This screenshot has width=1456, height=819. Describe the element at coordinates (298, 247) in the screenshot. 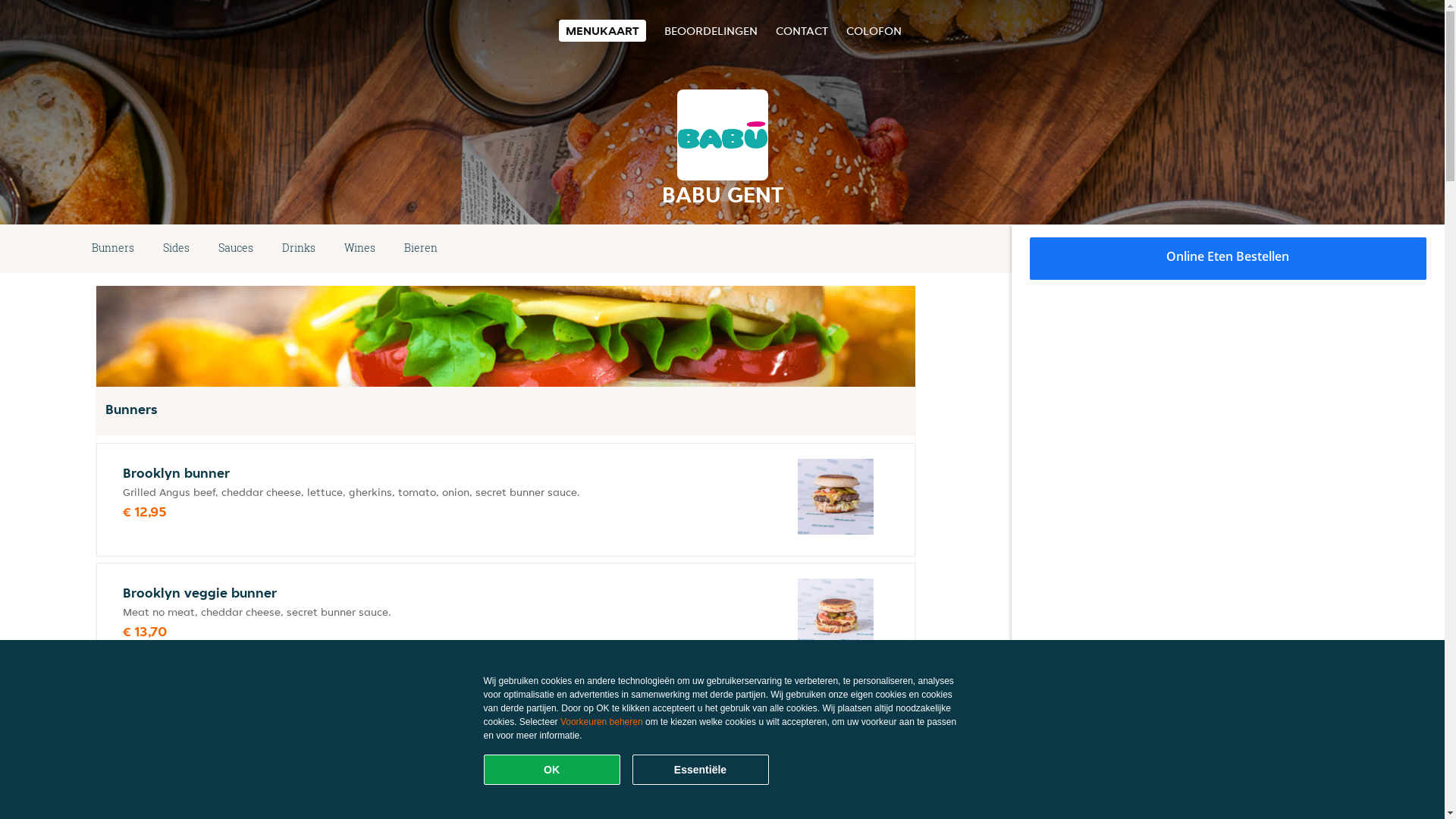

I see `'Drinks'` at that location.